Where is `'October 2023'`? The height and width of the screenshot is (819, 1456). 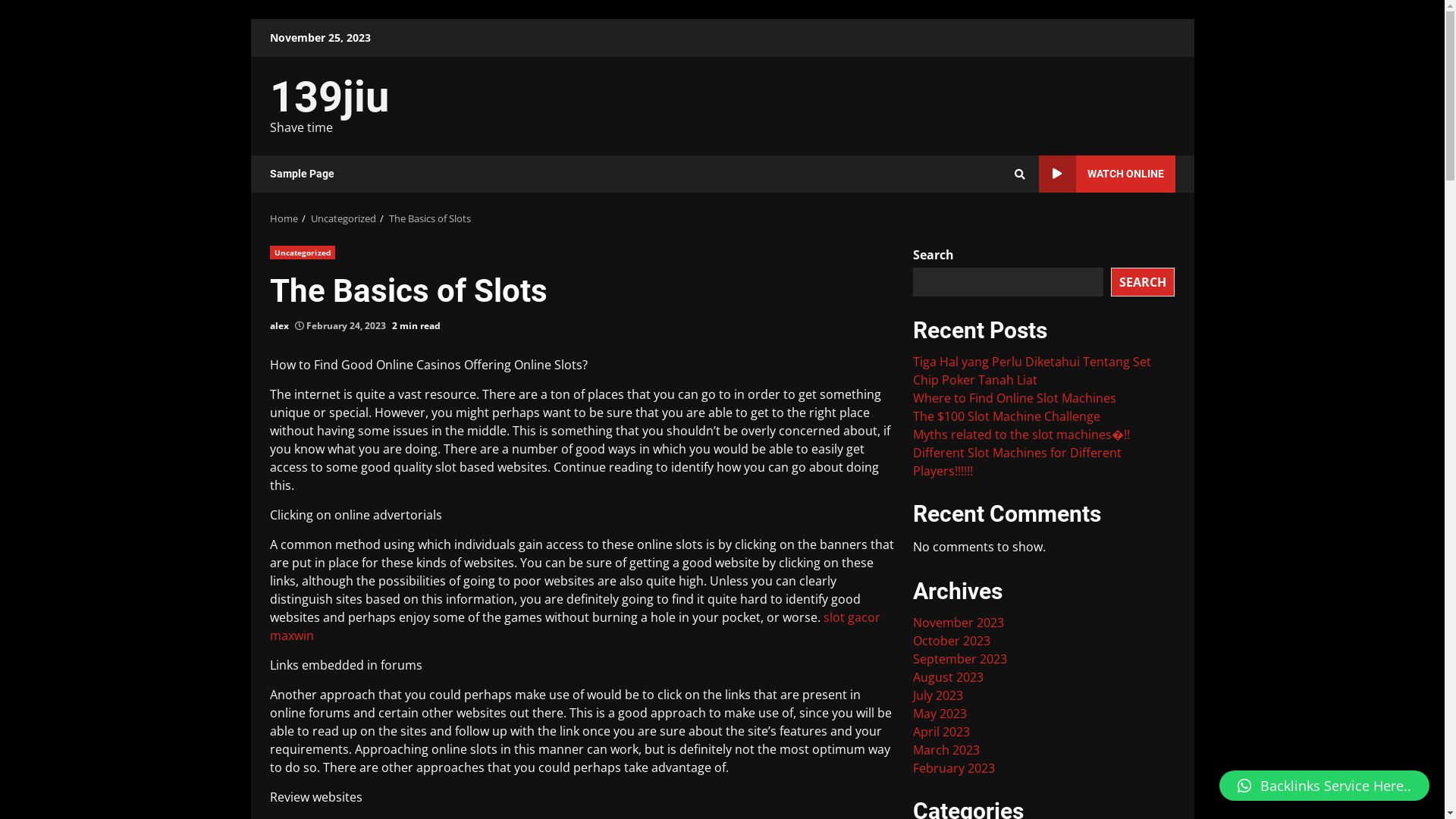 'October 2023' is located at coordinates (950, 640).